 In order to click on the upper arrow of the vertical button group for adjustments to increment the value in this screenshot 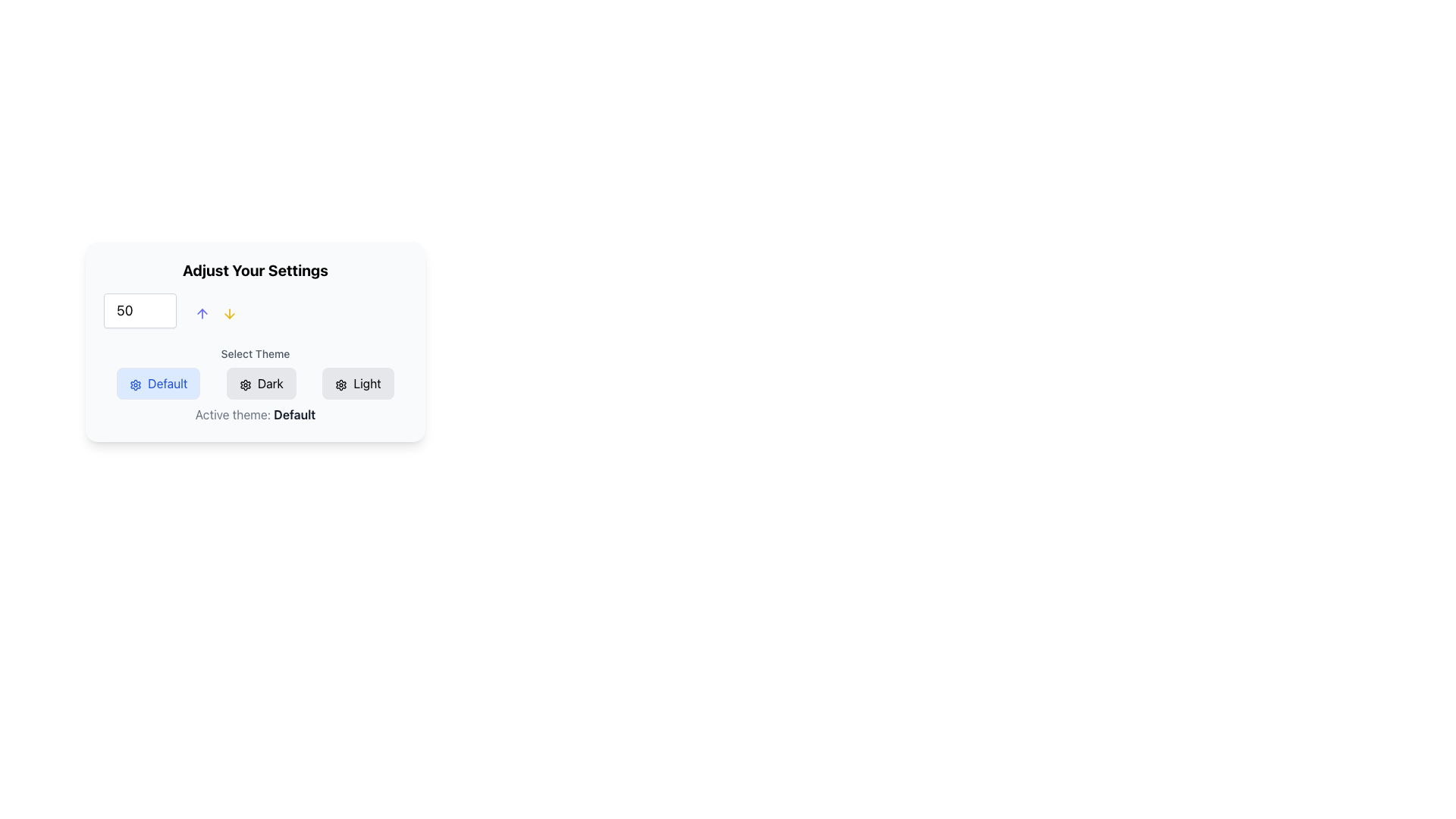, I will do `click(215, 309)`.